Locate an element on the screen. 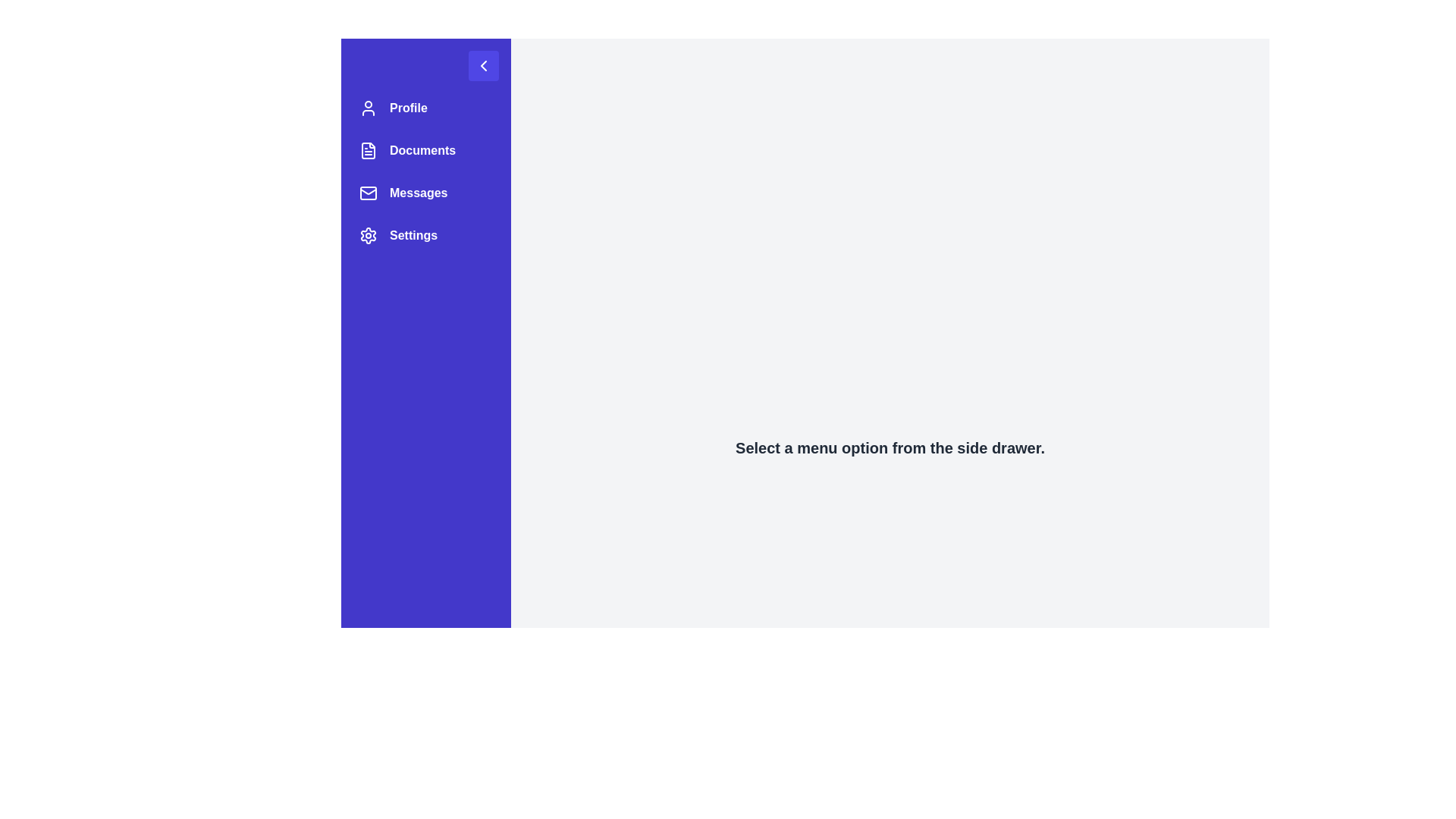 The height and width of the screenshot is (819, 1456). the 'Messages' envelope-shaped icon located in the sidebar menu, which has a white body with purple borders is located at coordinates (368, 192).